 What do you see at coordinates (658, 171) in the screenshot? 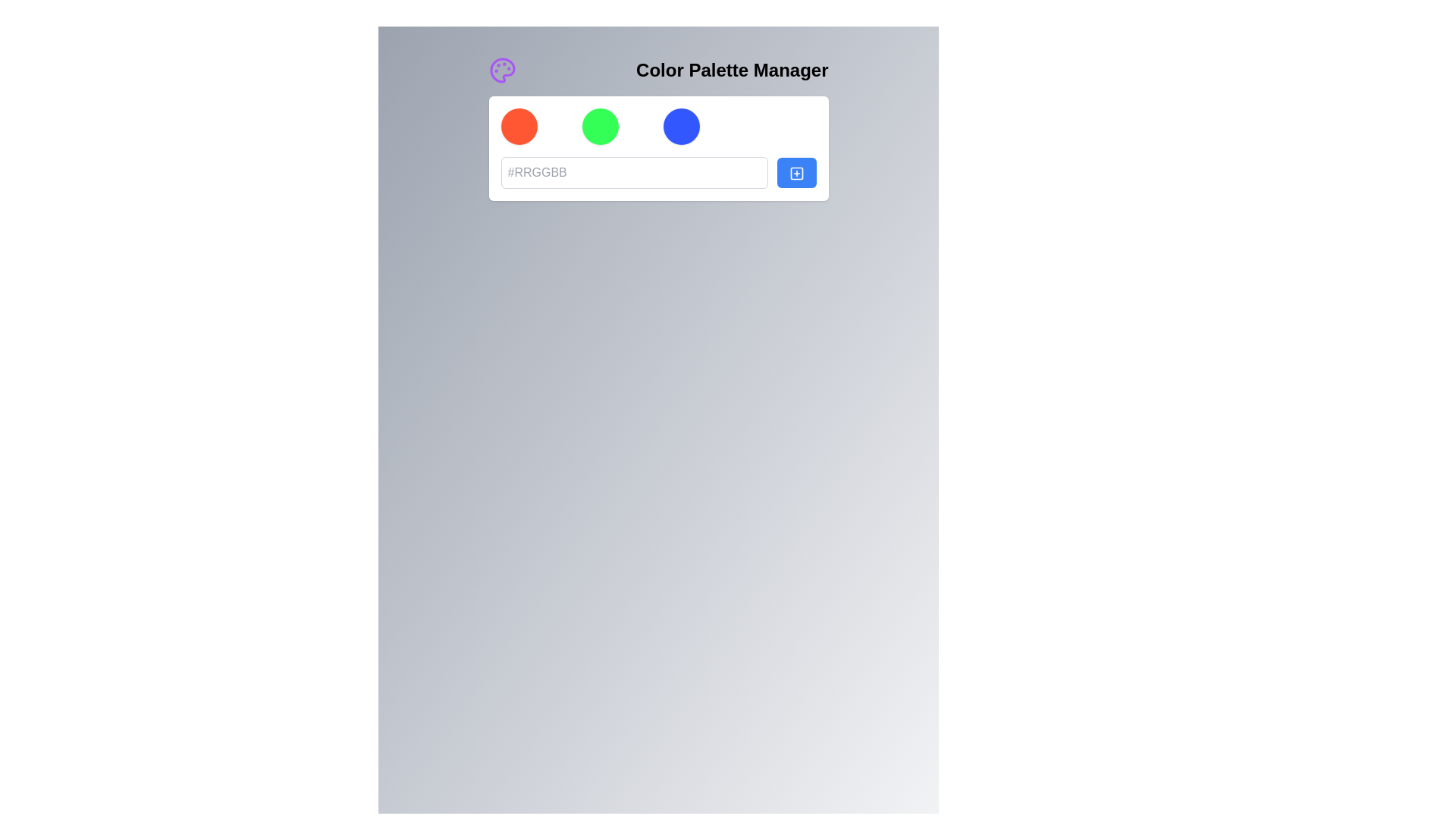
I see `the color input field or the adjacent blue button in the 'Color Palette Manager' section` at bounding box center [658, 171].